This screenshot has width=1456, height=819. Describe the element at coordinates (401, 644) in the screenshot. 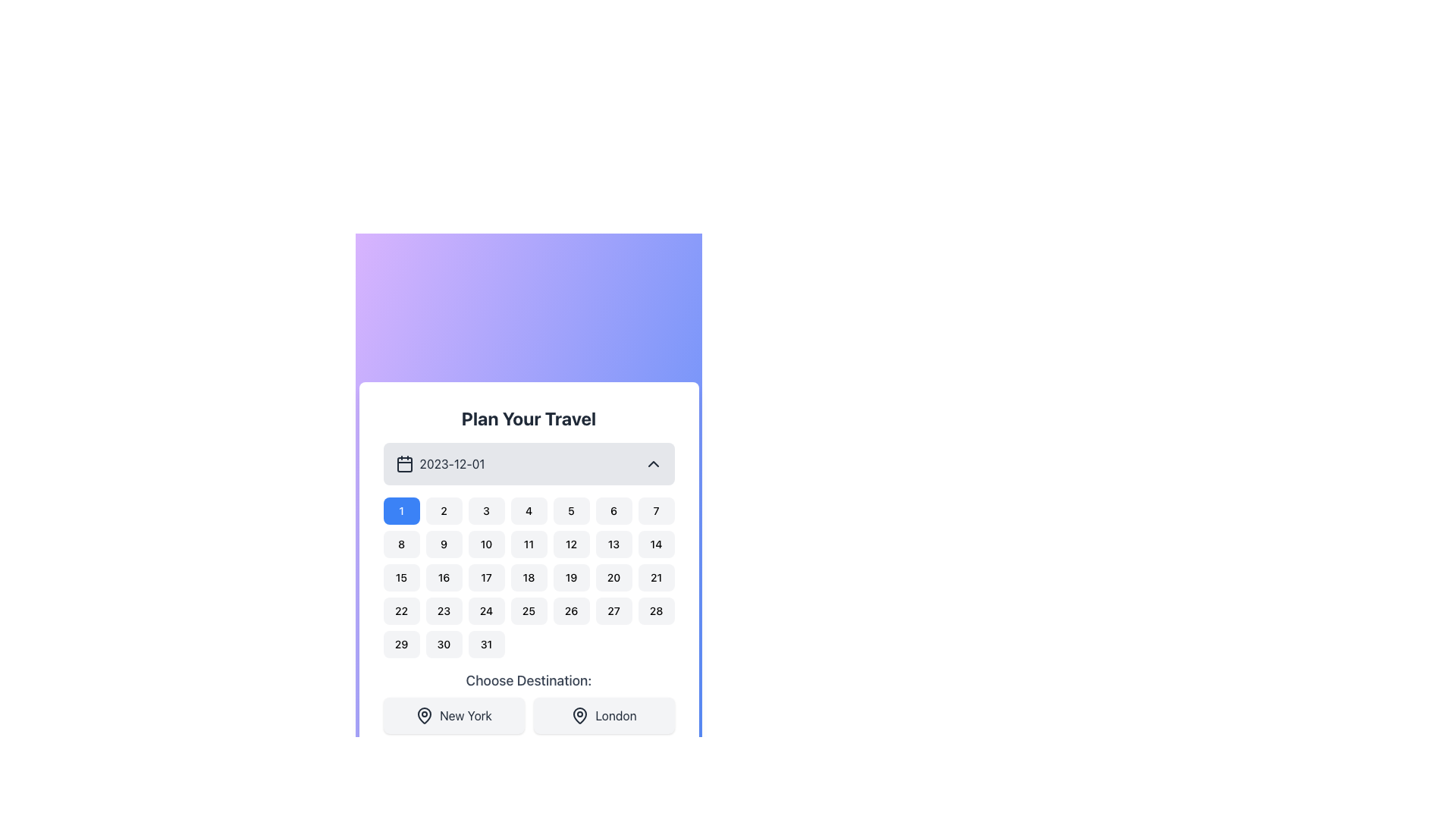

I see `the button representing the 29th day in the calendar grid to change its background color` at that location.